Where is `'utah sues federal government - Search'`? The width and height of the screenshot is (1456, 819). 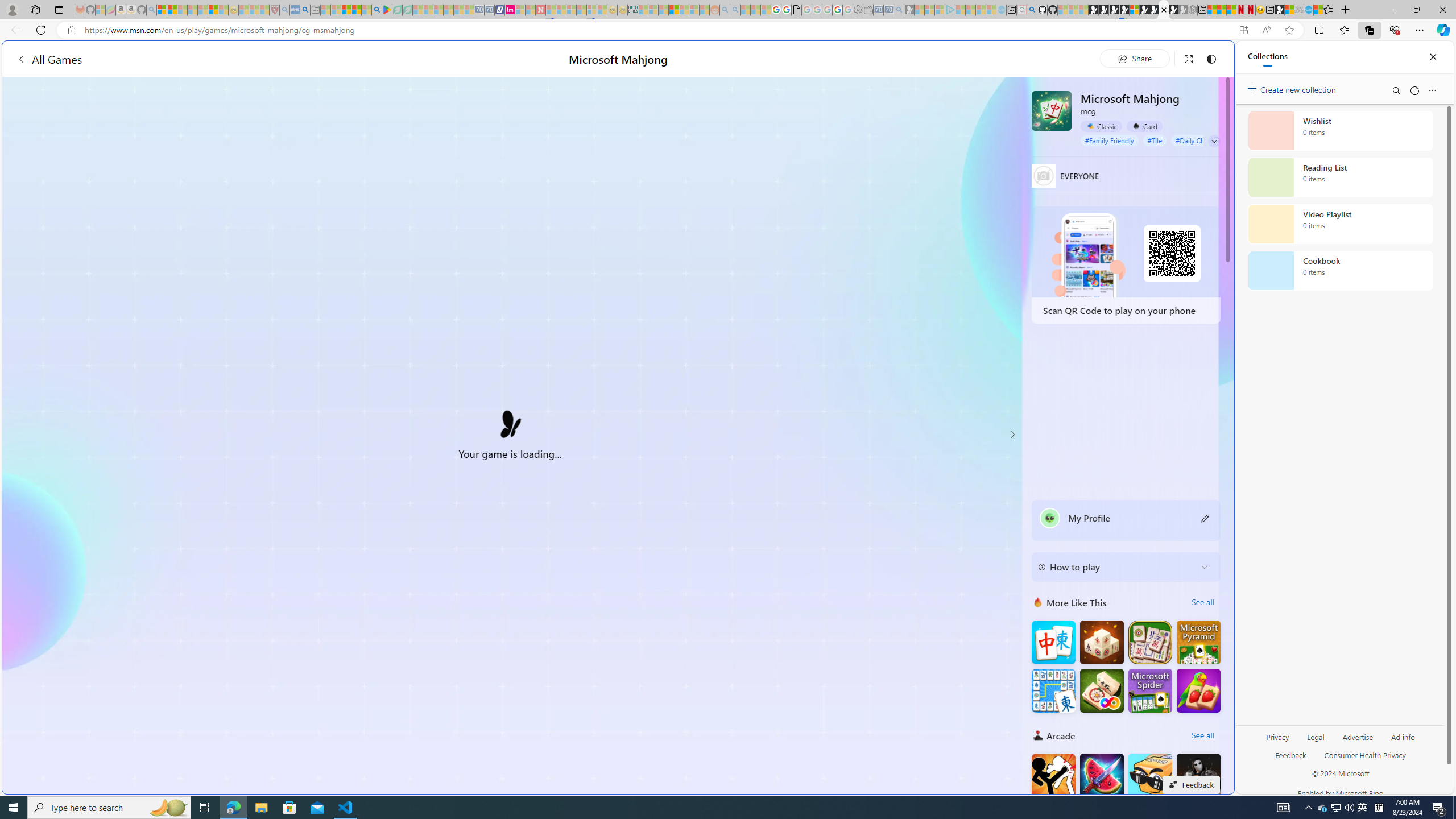
'utah sues federal government - Search' is located at coordinates (923, 388).